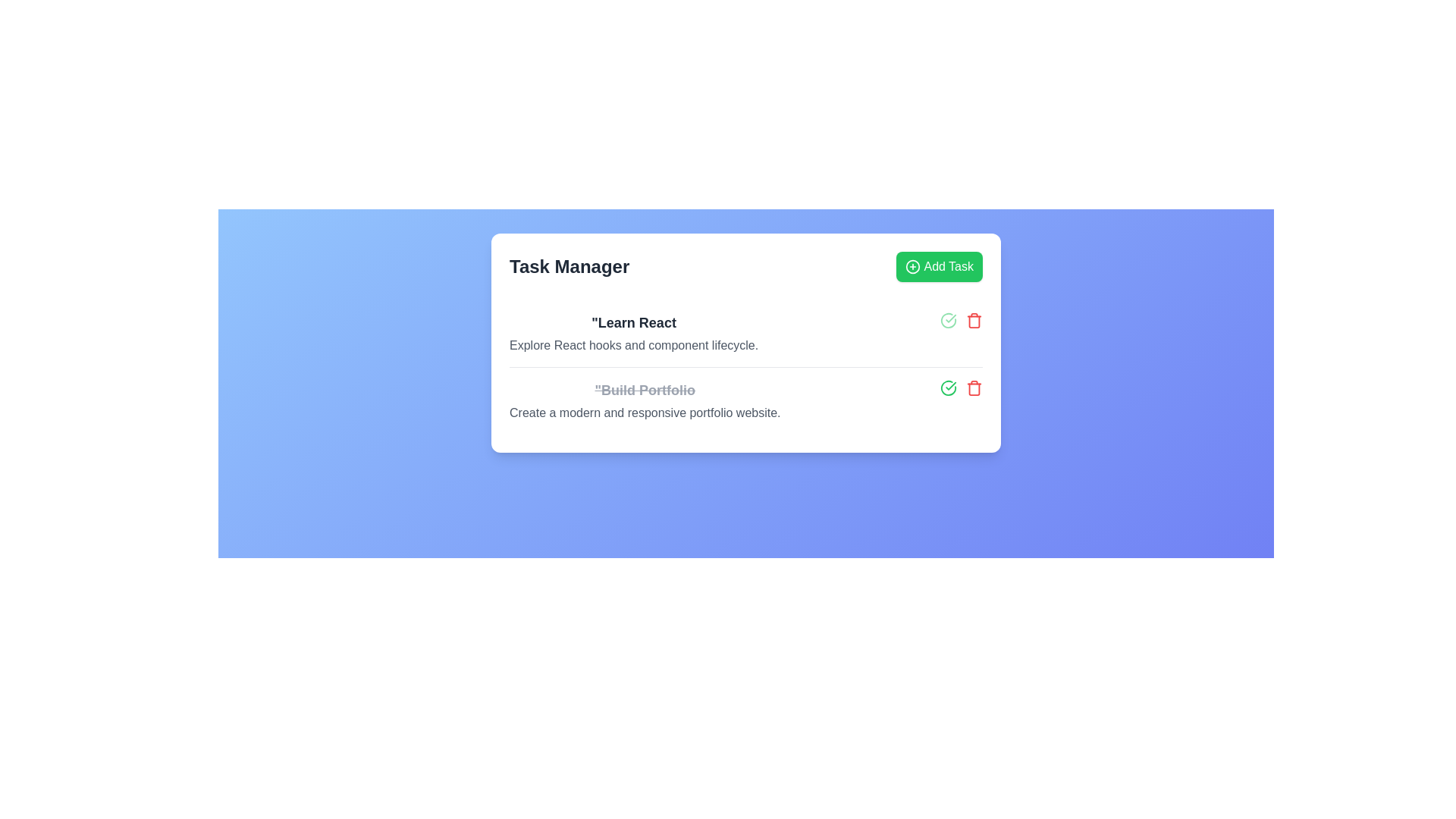 The height and width of the screenshot is (819, 1456). What do you see at coordinates (634, 332) in the screenshot?
I see `the text content displaying the title and description of the first task entry in the task list interface for additional information` at bounding box center [634, 332].